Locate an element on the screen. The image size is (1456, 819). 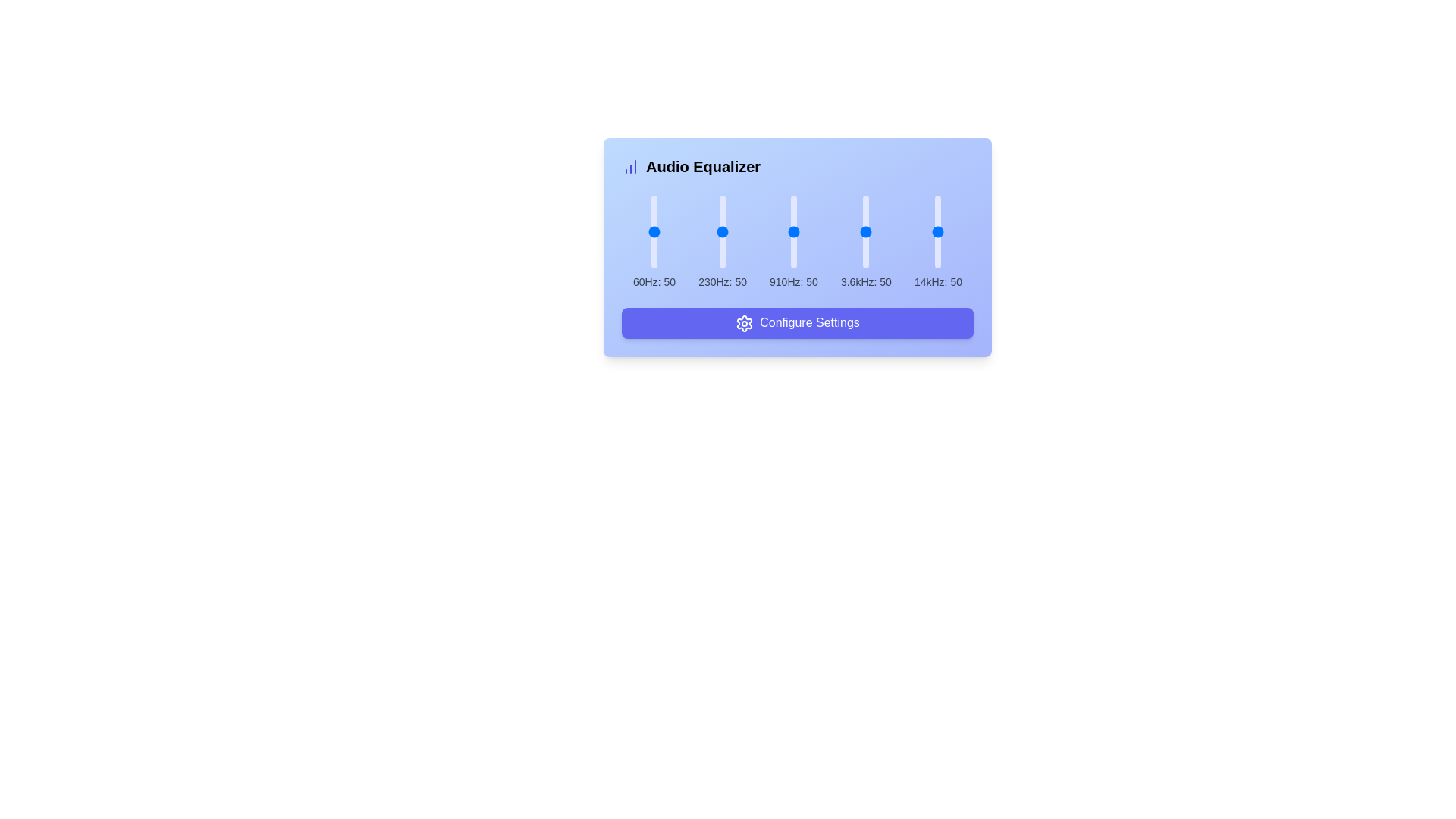
the 3.6kHz audio equalizer slider is located at coordinates (866, 225).